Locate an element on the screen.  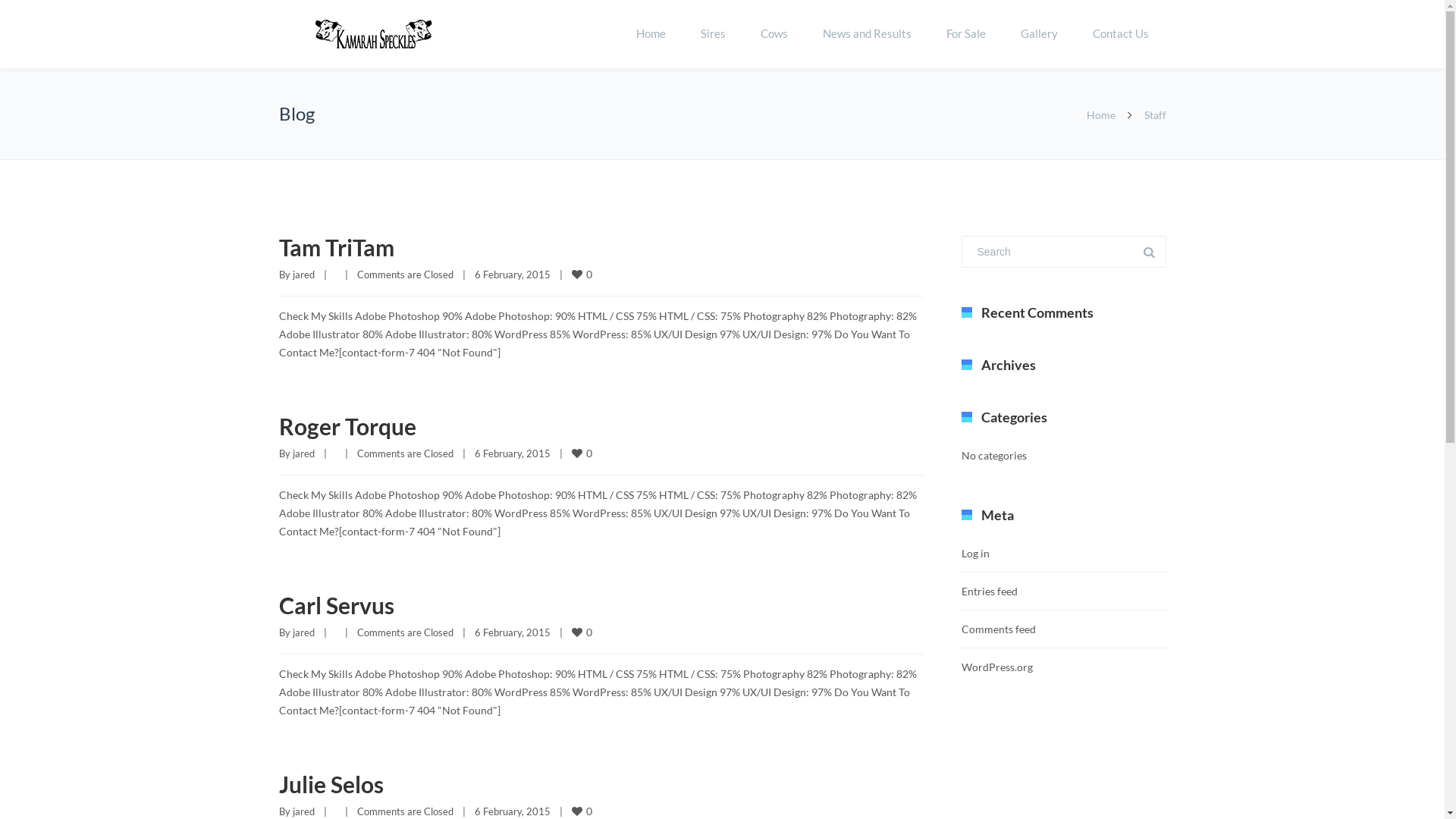
'Sires' is located at coordinates (711, 34).